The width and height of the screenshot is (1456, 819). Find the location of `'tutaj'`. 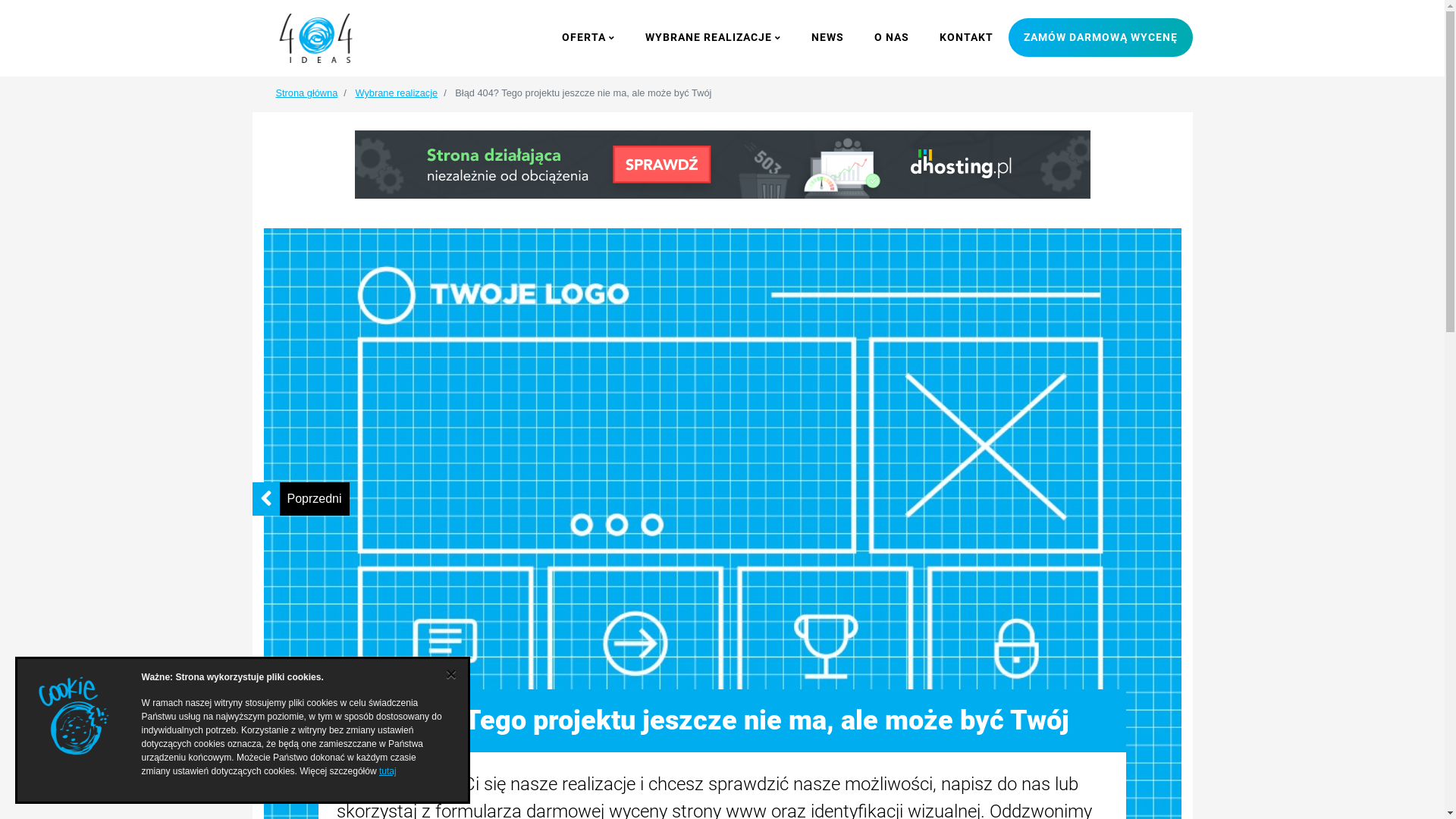

'tutaj' is located at coordinates (388, 771).